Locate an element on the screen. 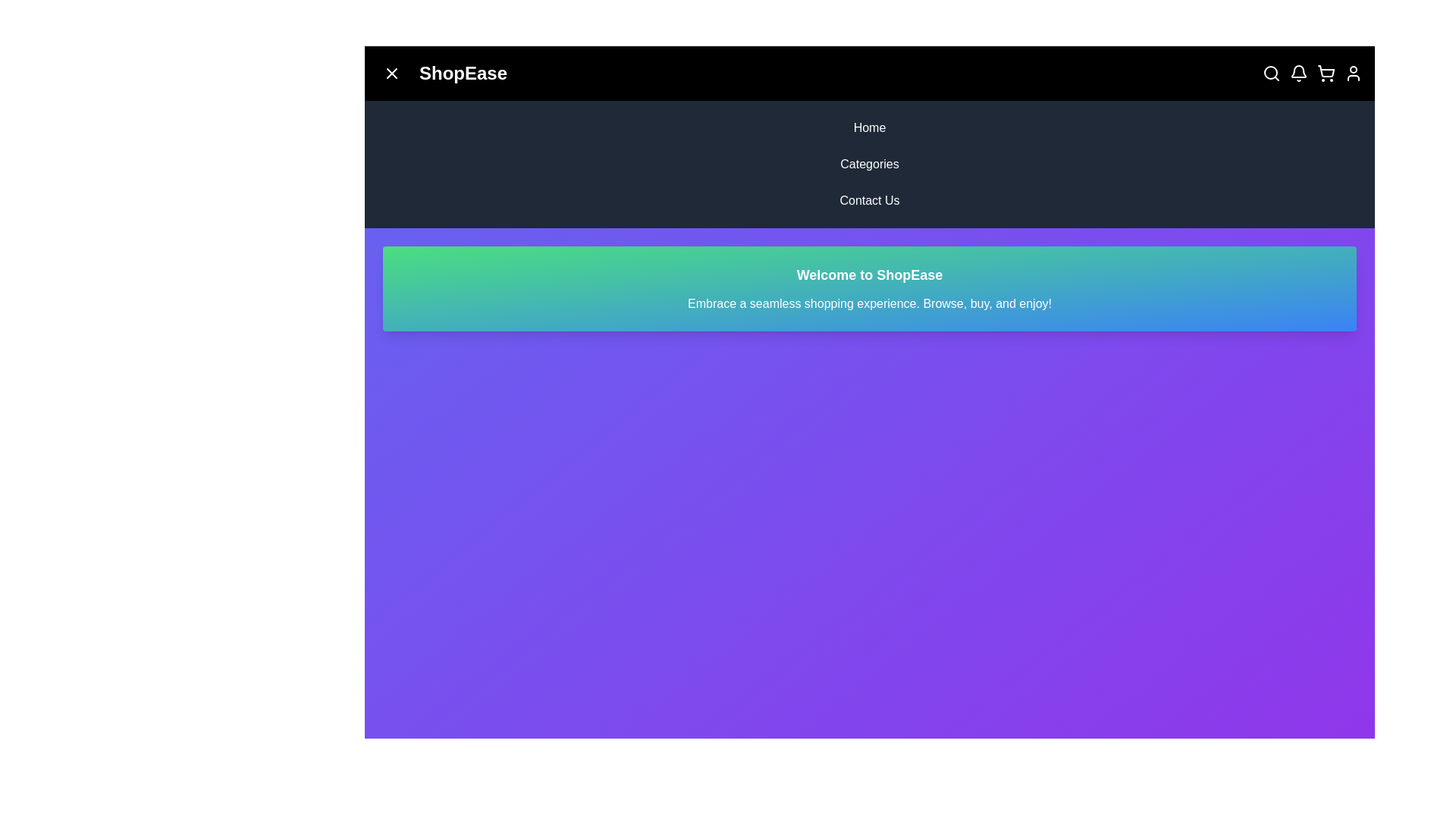 This screenshot has height=819, width=1456. notifications icon is located at coordinates (1298, 73).